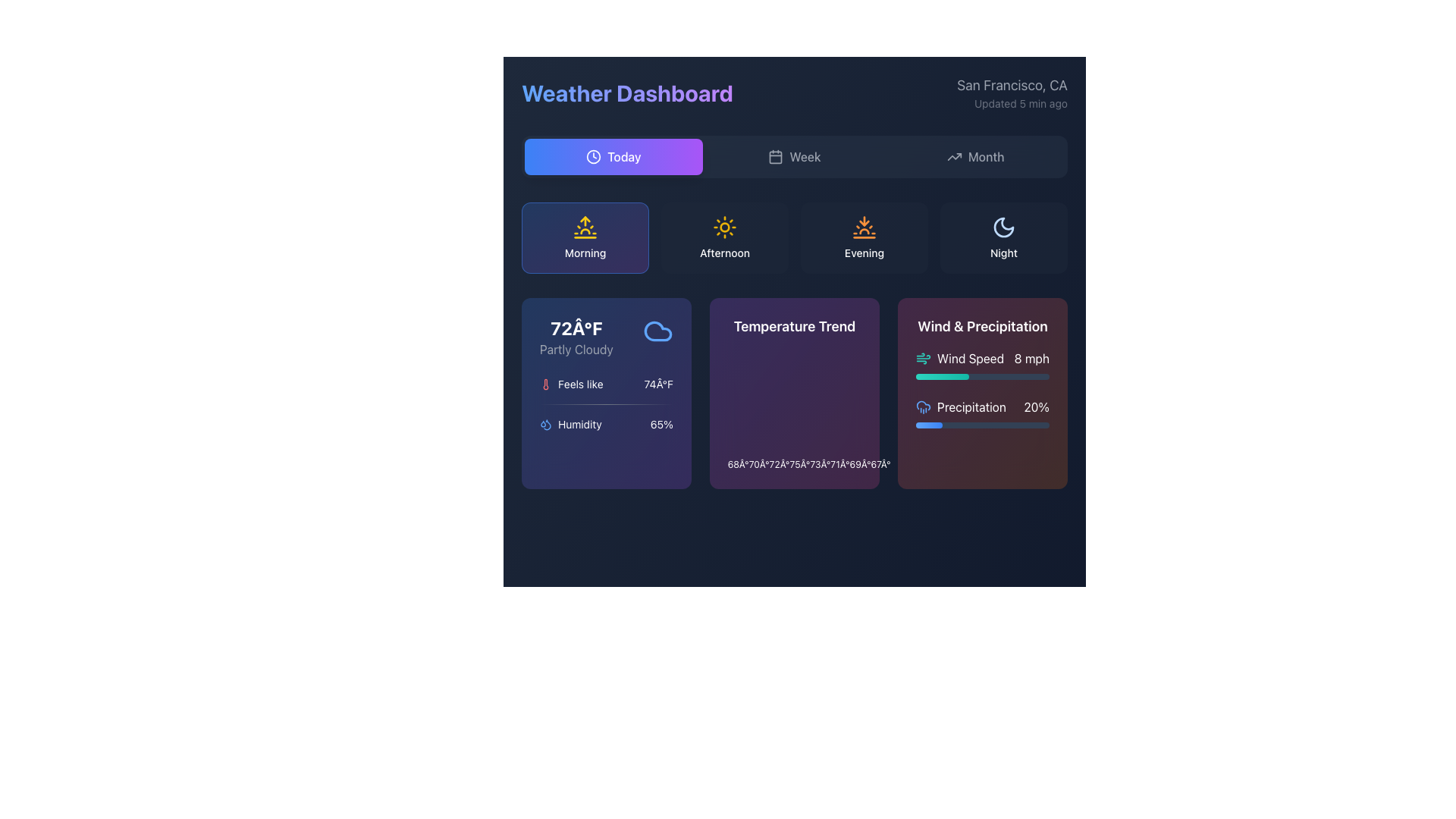 This screenshot has height=819, width=1456. What do you see at coordinates (759, 461) in the screenshot?
I see `the temperature value text label displaying '70°' within the 'Temperature Trend' card` at bounding box center [759, 461].